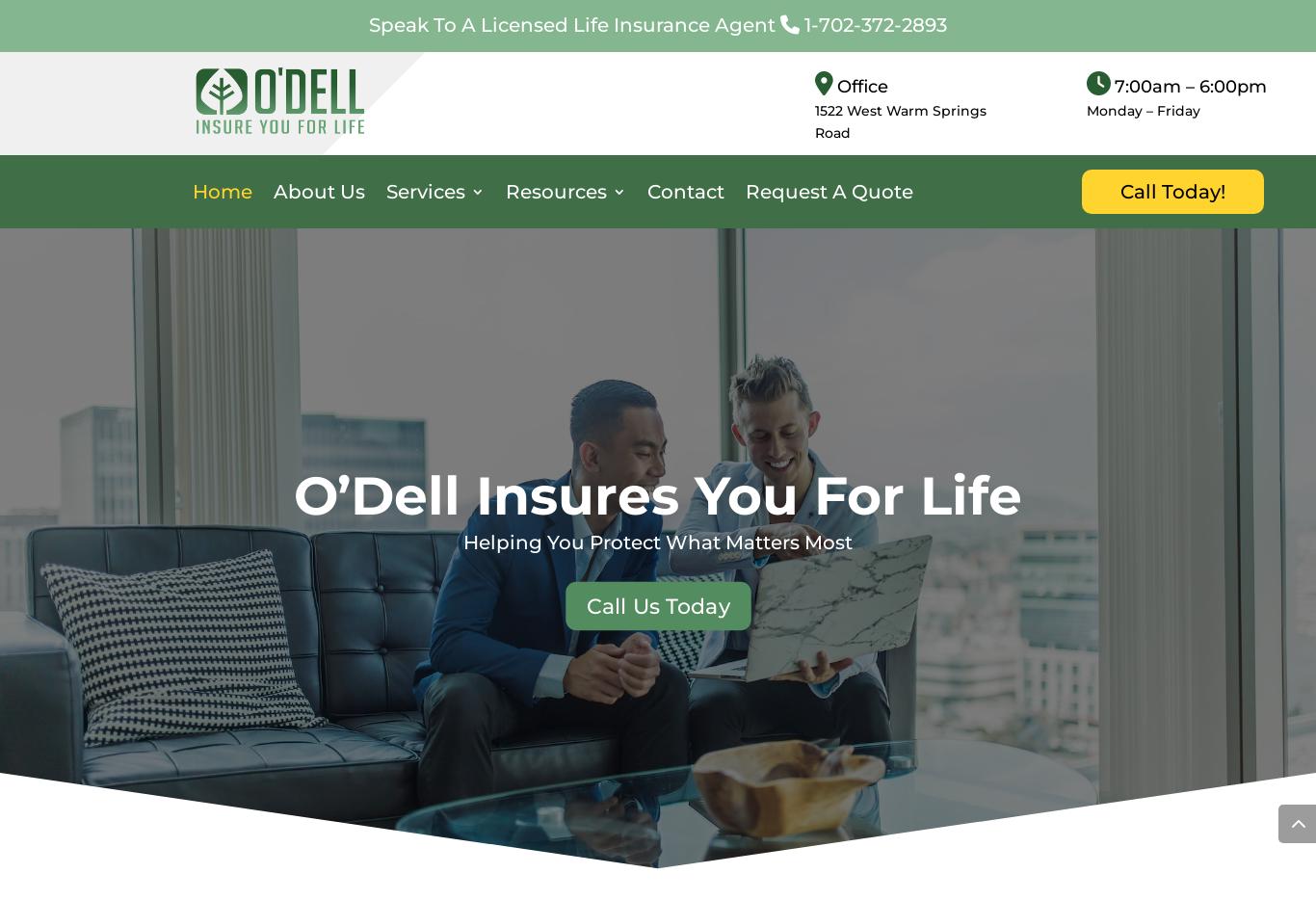 The height and width of the screenshot is (900, 1316). I want to click on '1522 West Warm Springs Road', so click(899, 119).